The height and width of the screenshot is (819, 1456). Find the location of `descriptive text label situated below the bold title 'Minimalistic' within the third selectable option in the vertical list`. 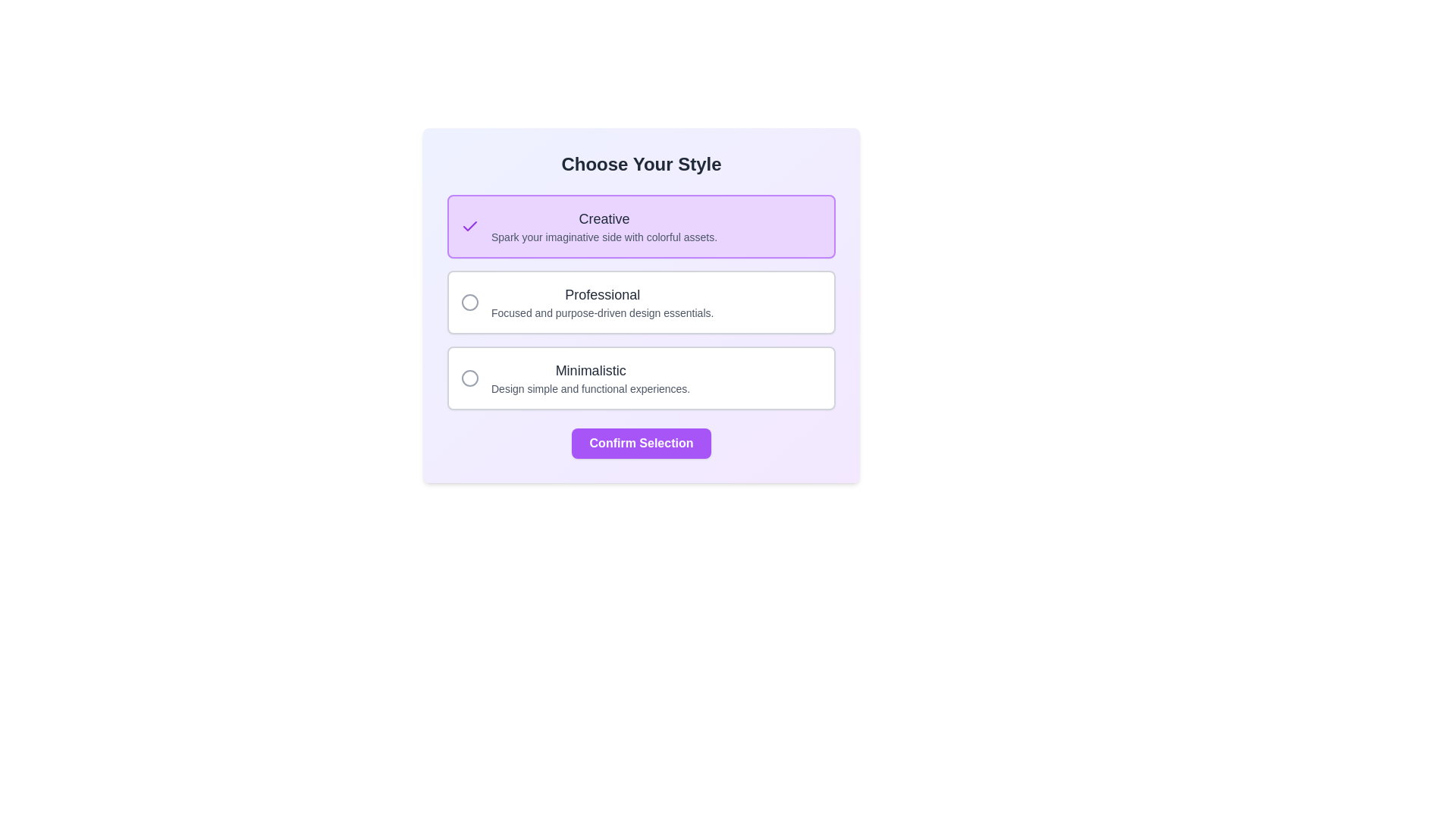

descriptive text label situated below the bold title 'Minimalistic' within the third selectable option in the vertical list is located at coordinates (590, 388).